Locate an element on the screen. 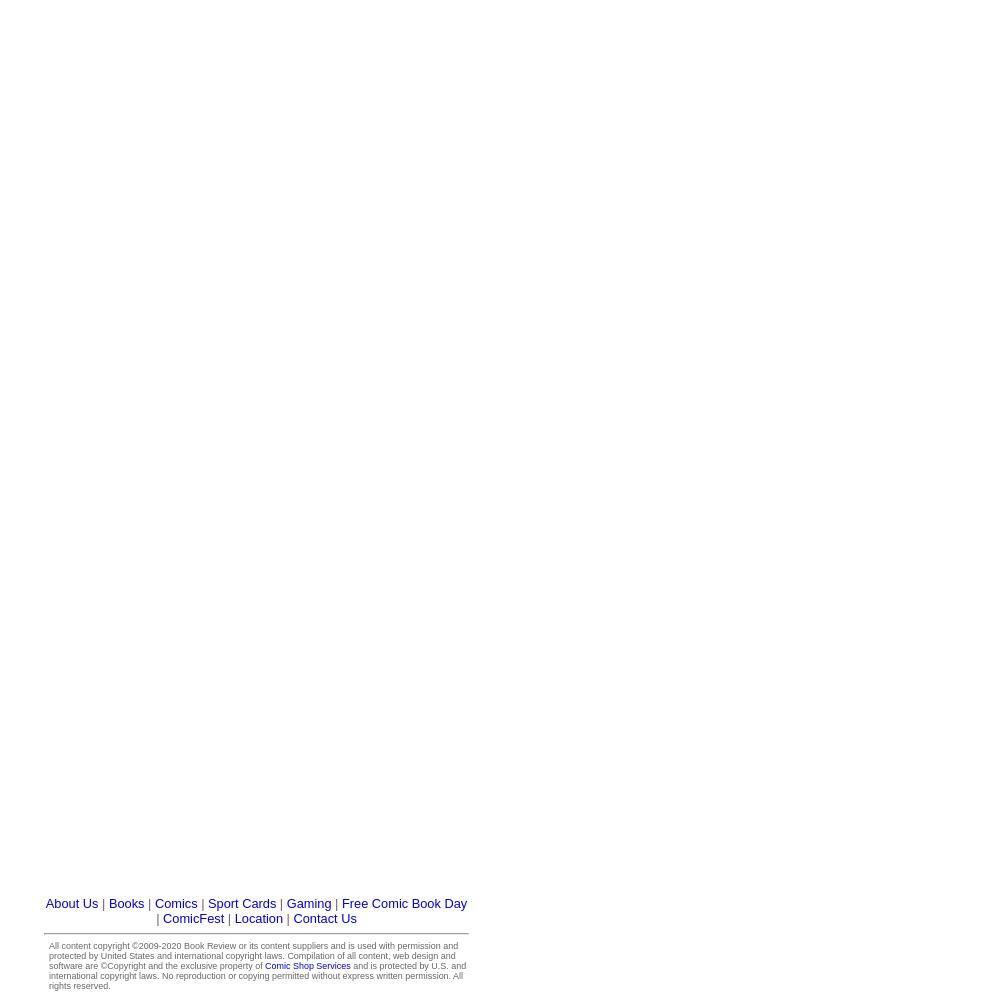 The height and width of the screenshot is (1000, 996). 'Comic Shop Services' is located at coordinates (265, 965).